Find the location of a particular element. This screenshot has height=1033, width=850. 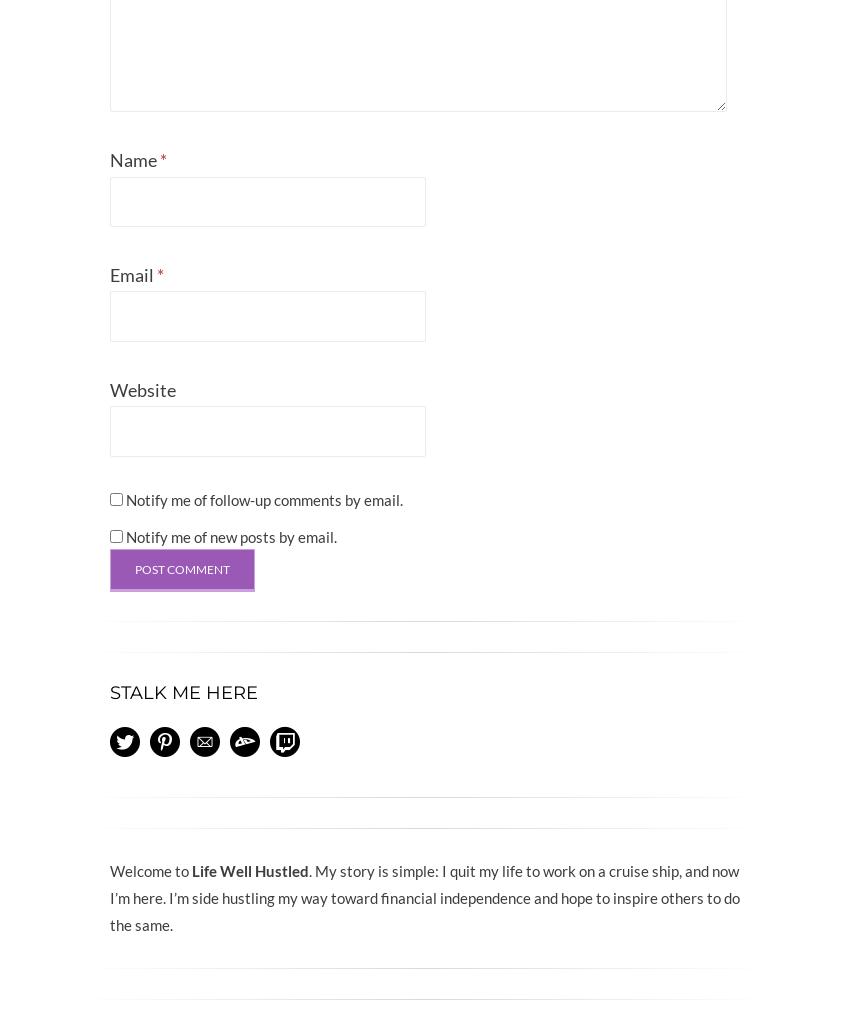

'Notify me of follow-up comments by email.' is located at coordinates (124, 499).